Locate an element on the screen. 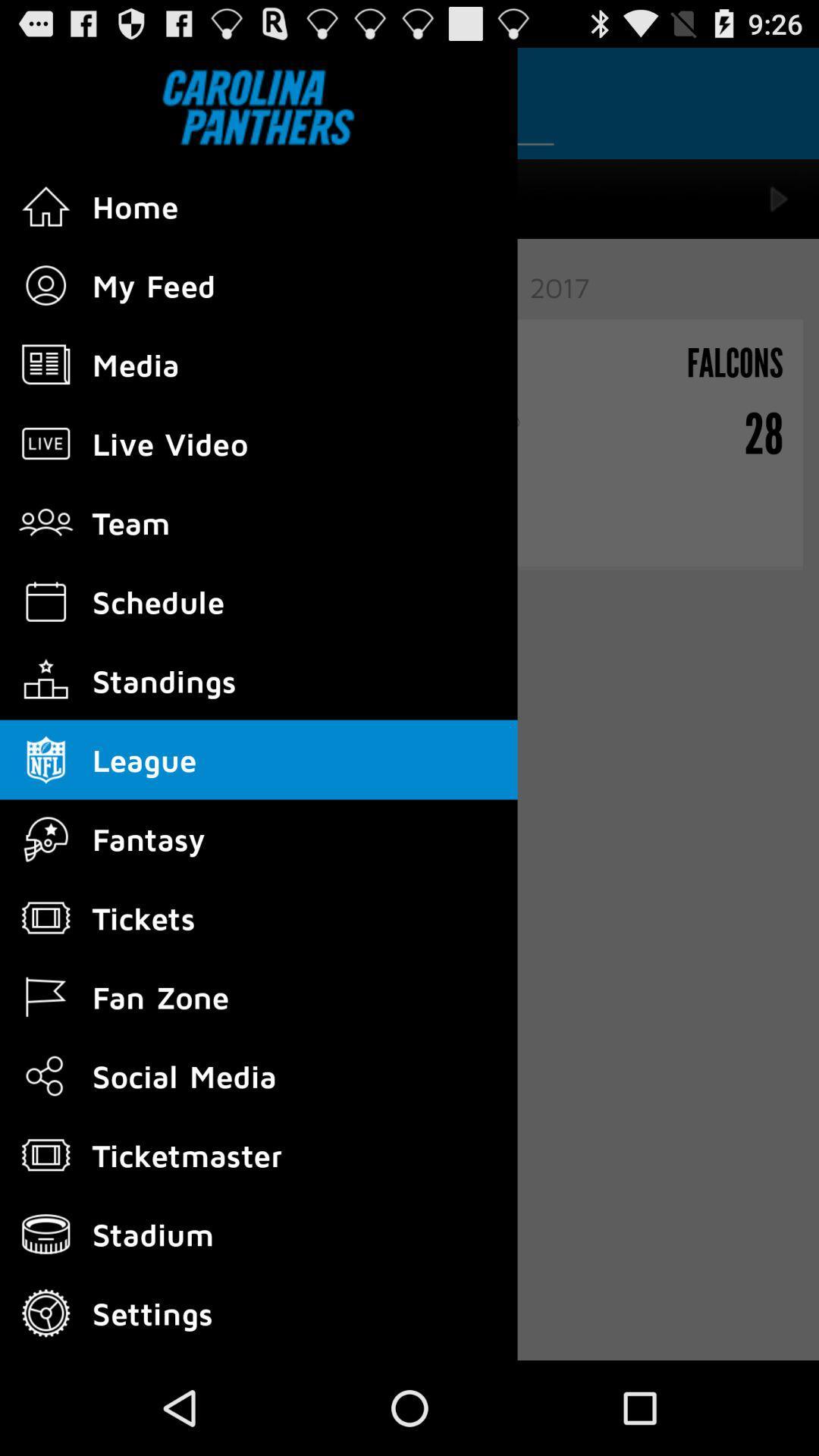 The image size is (819, 1456). the stadium icon next to stadium is located at coordinates (45, 1234).